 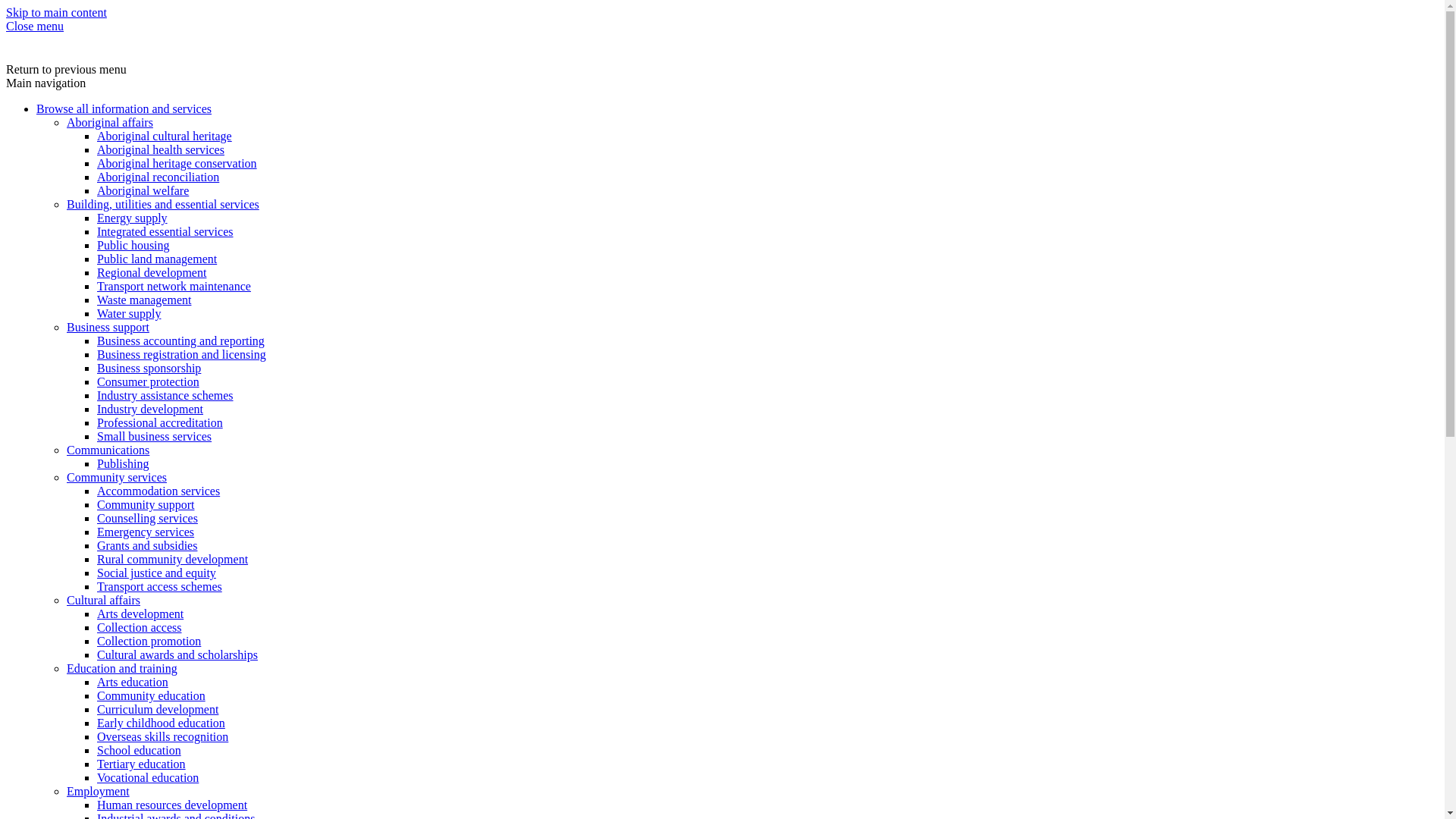 I want to click on 'Public land management', so click(x=156, y=258).